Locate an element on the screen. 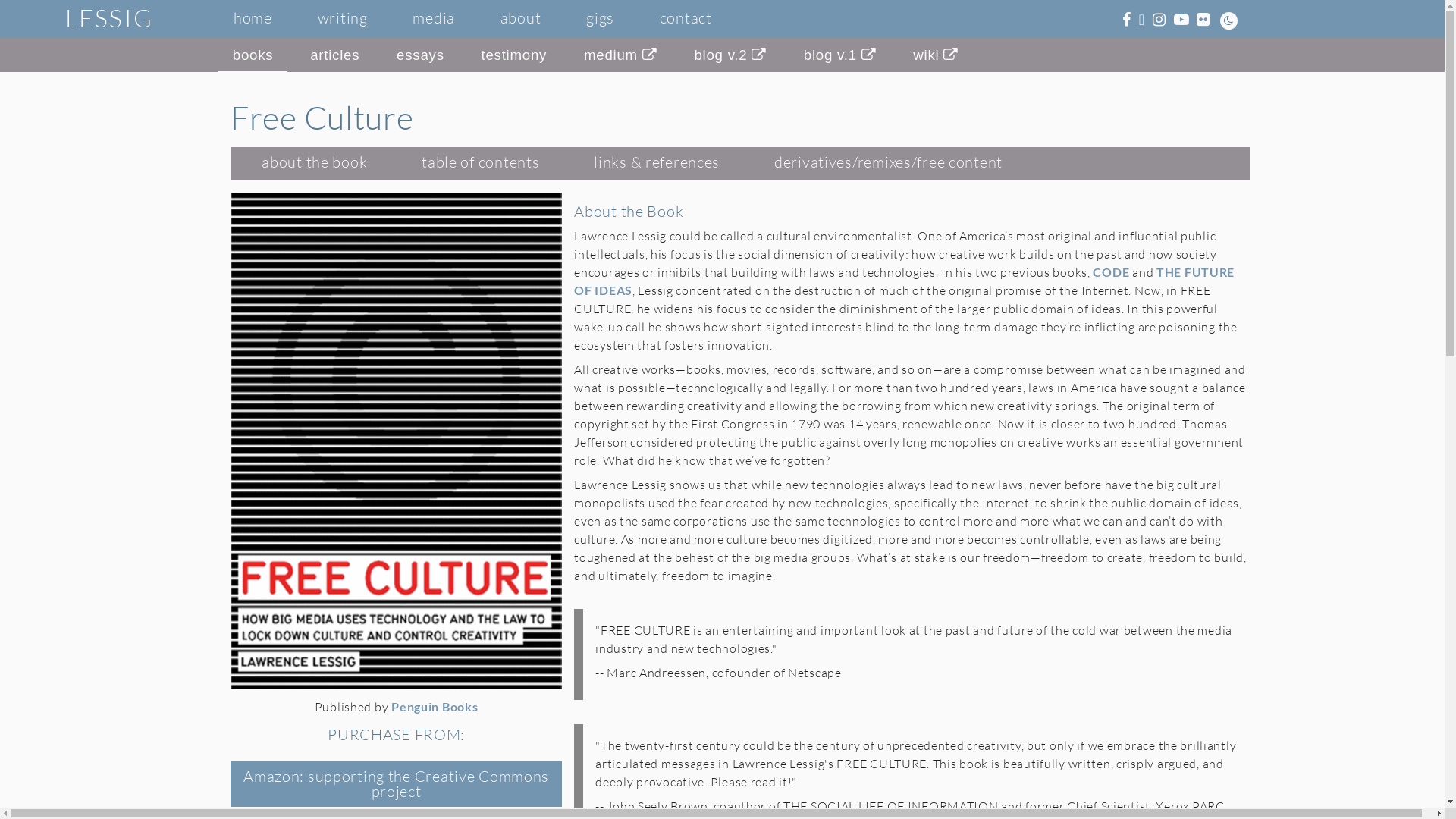 The image size is (1456, 819). 'dark mode' is located at coordinates (1228, 20).